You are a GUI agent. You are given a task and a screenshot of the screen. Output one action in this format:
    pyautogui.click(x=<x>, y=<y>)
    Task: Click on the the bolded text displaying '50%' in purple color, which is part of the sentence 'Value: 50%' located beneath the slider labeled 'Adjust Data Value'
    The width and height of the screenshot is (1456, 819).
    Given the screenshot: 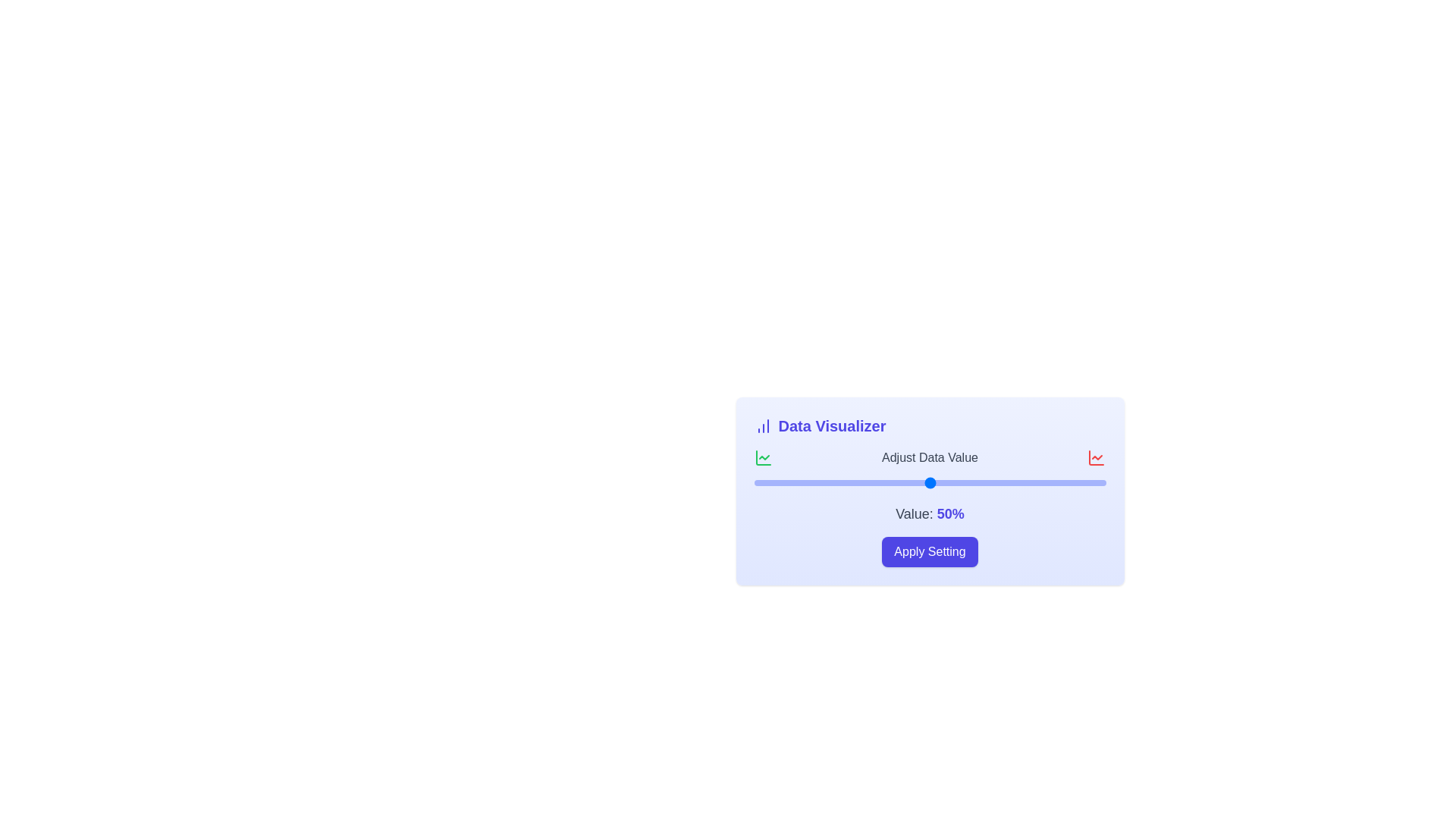 What is the action you would take?
    pyautogui.click(x=949, y=513)
    